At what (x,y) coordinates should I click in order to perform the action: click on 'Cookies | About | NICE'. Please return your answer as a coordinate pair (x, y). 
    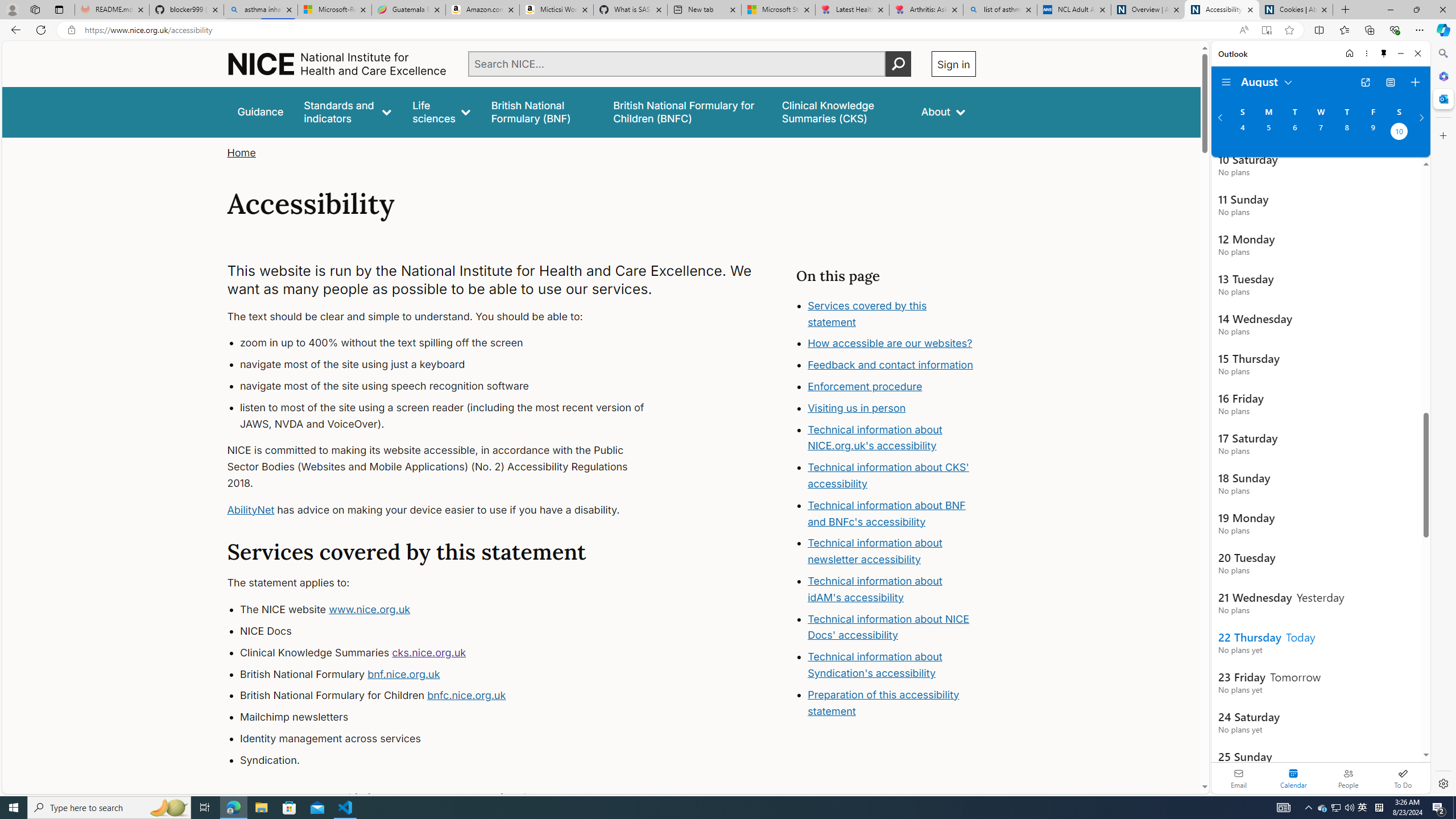
    Looking at the image, I should click on (1296, 9).